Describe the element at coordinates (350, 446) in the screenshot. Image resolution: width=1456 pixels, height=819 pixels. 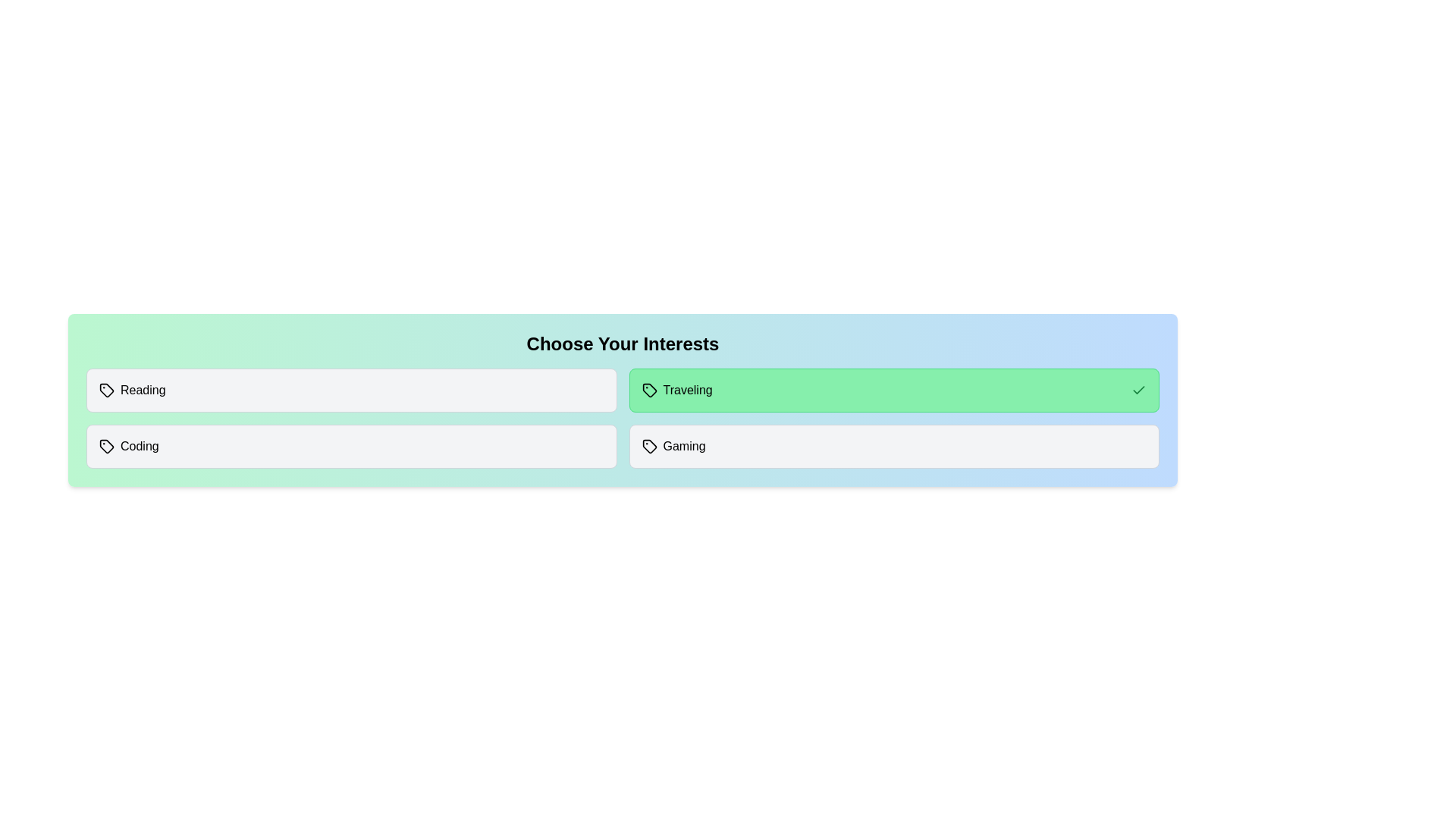
I see `the interest button labeled Coding` at that location.